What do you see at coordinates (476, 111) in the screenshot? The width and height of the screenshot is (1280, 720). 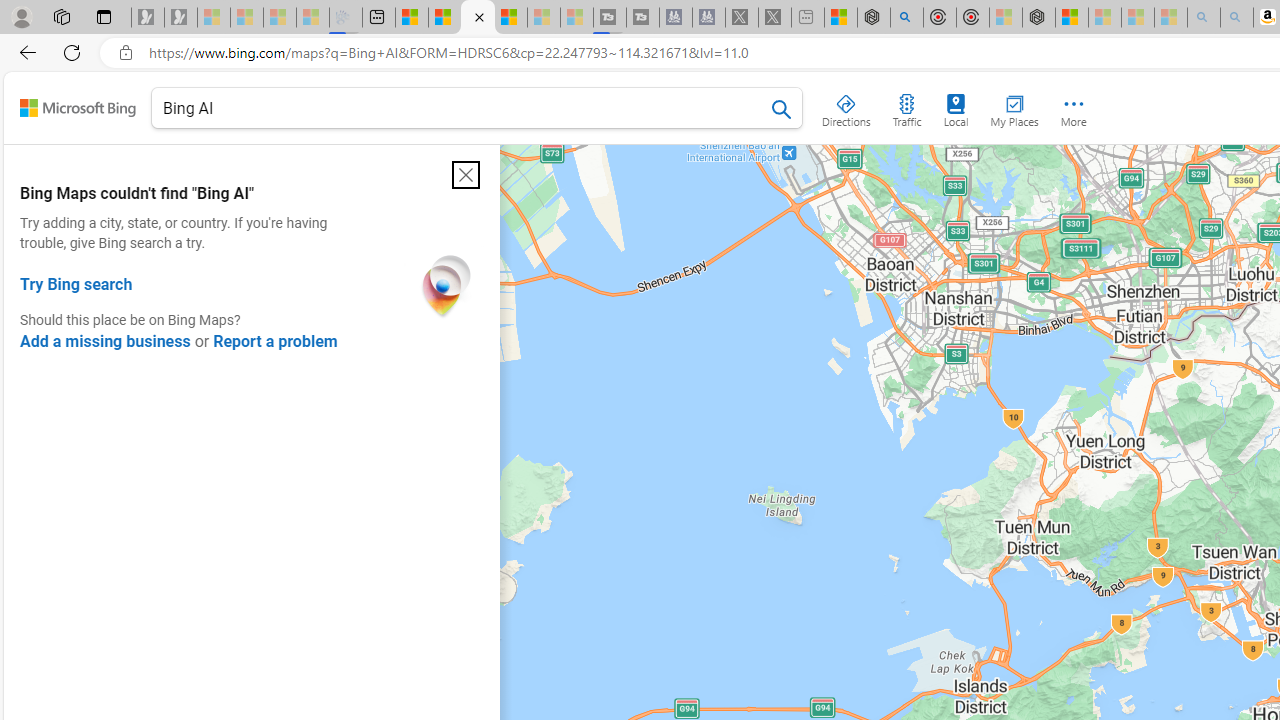 I see `'Bing AI'` at bounding box center [476, 111].